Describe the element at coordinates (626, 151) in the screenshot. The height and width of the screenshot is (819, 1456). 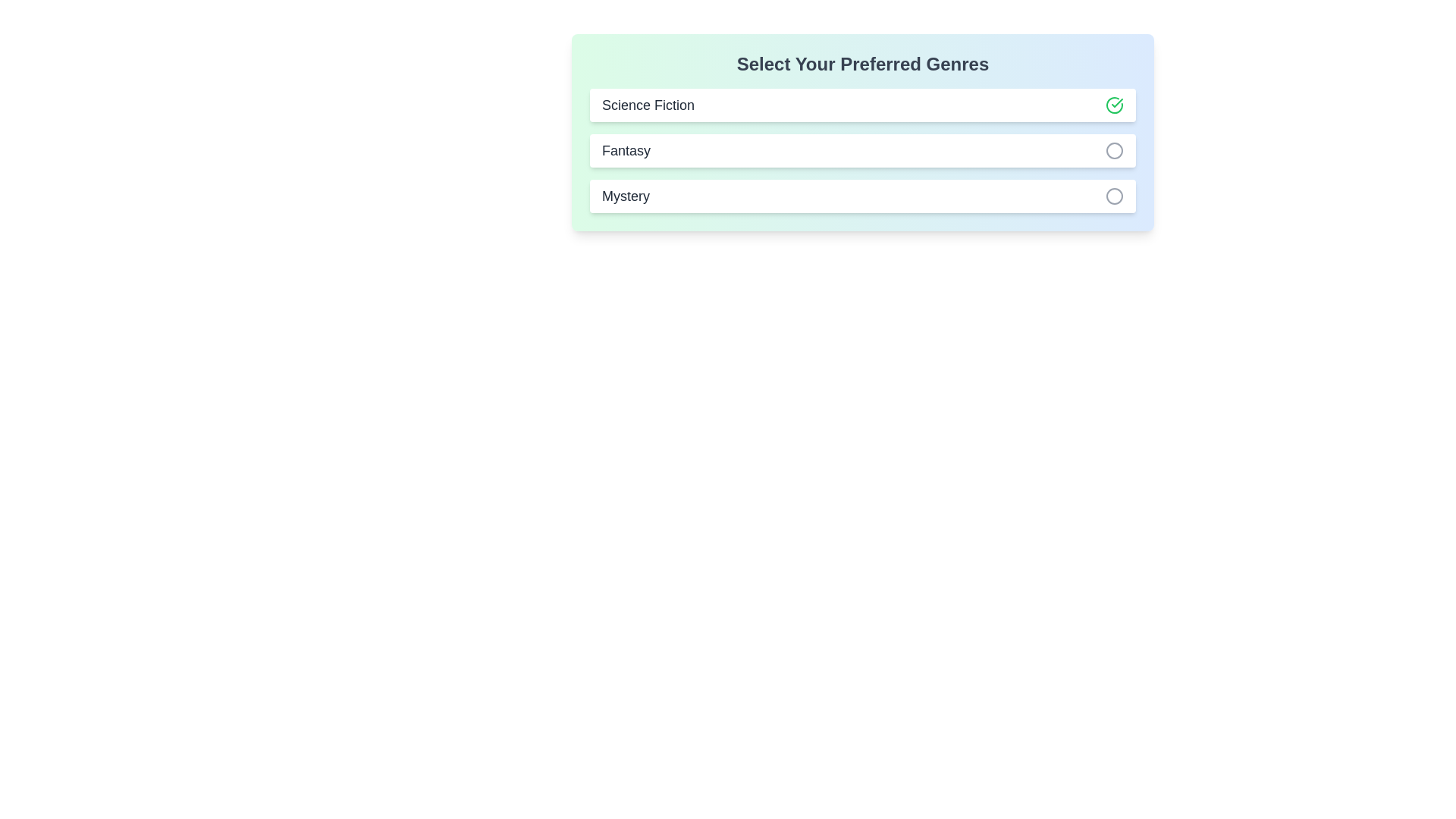
I see `the text of the genre label Fantasy` at that location.